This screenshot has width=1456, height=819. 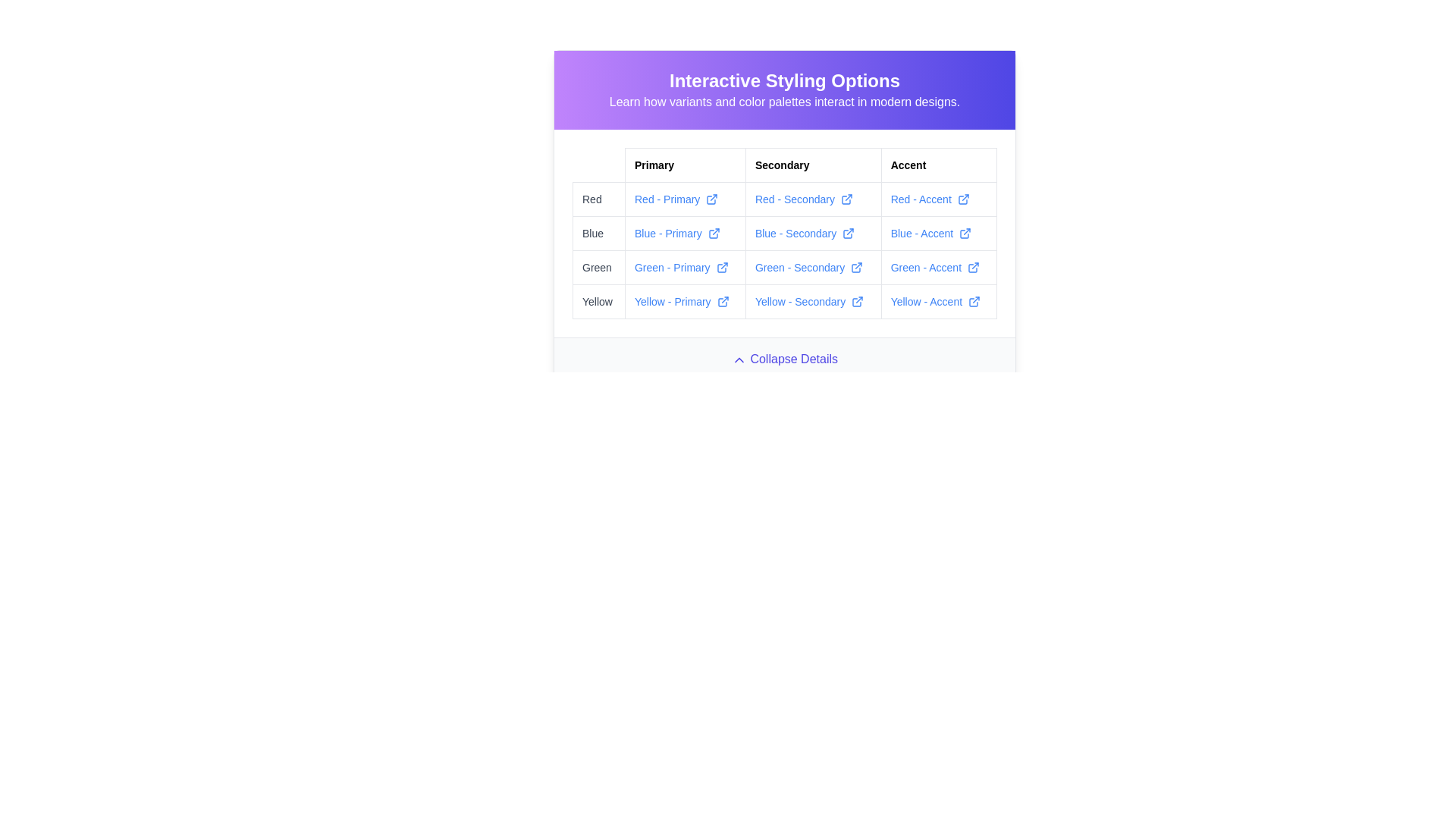 I want to click on the 'Green - Primary' hyperlink with an external link indicator, so click(x=684, y=267).